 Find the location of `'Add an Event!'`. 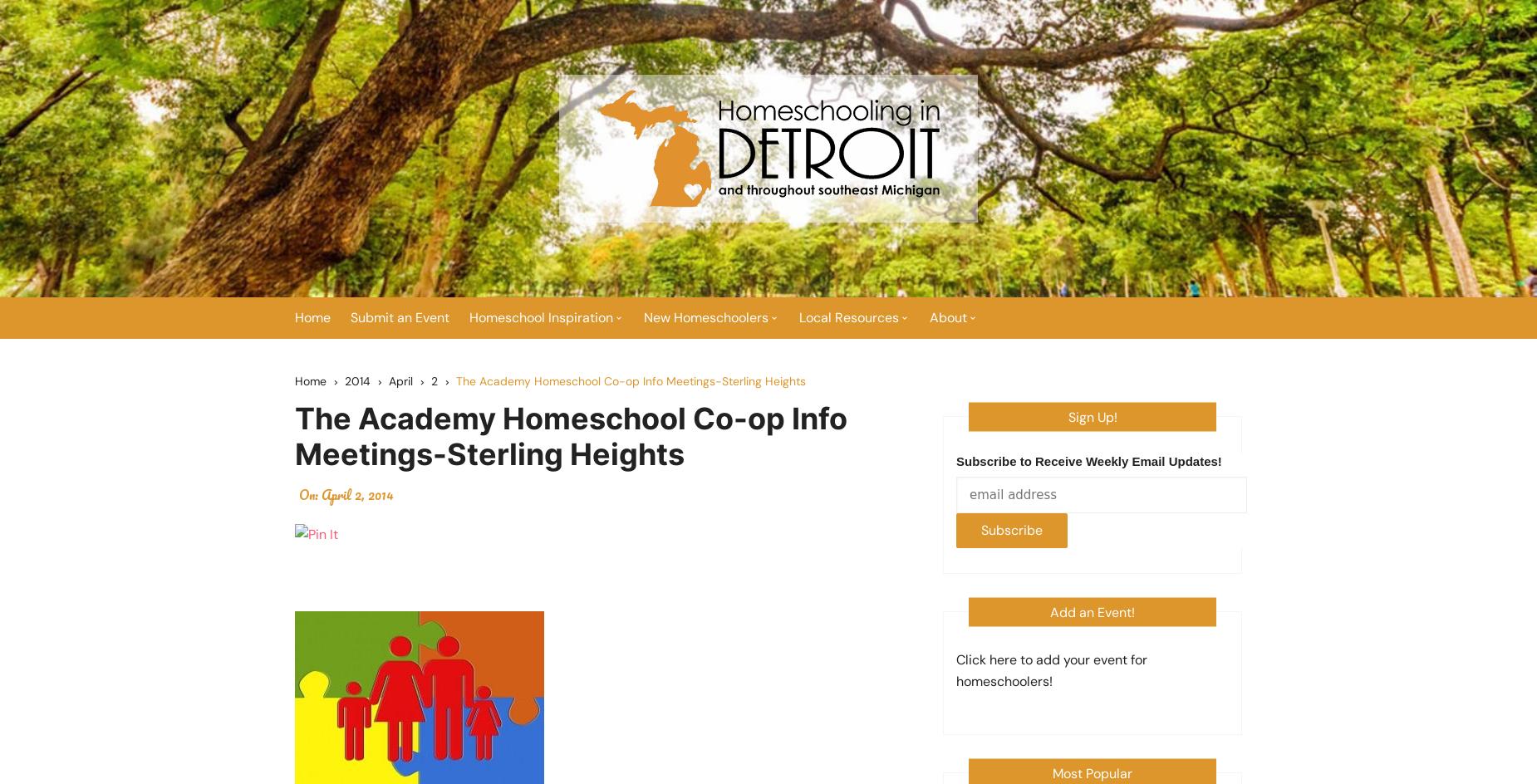

'Add an Event!' is located at coordinates (1048, 611).